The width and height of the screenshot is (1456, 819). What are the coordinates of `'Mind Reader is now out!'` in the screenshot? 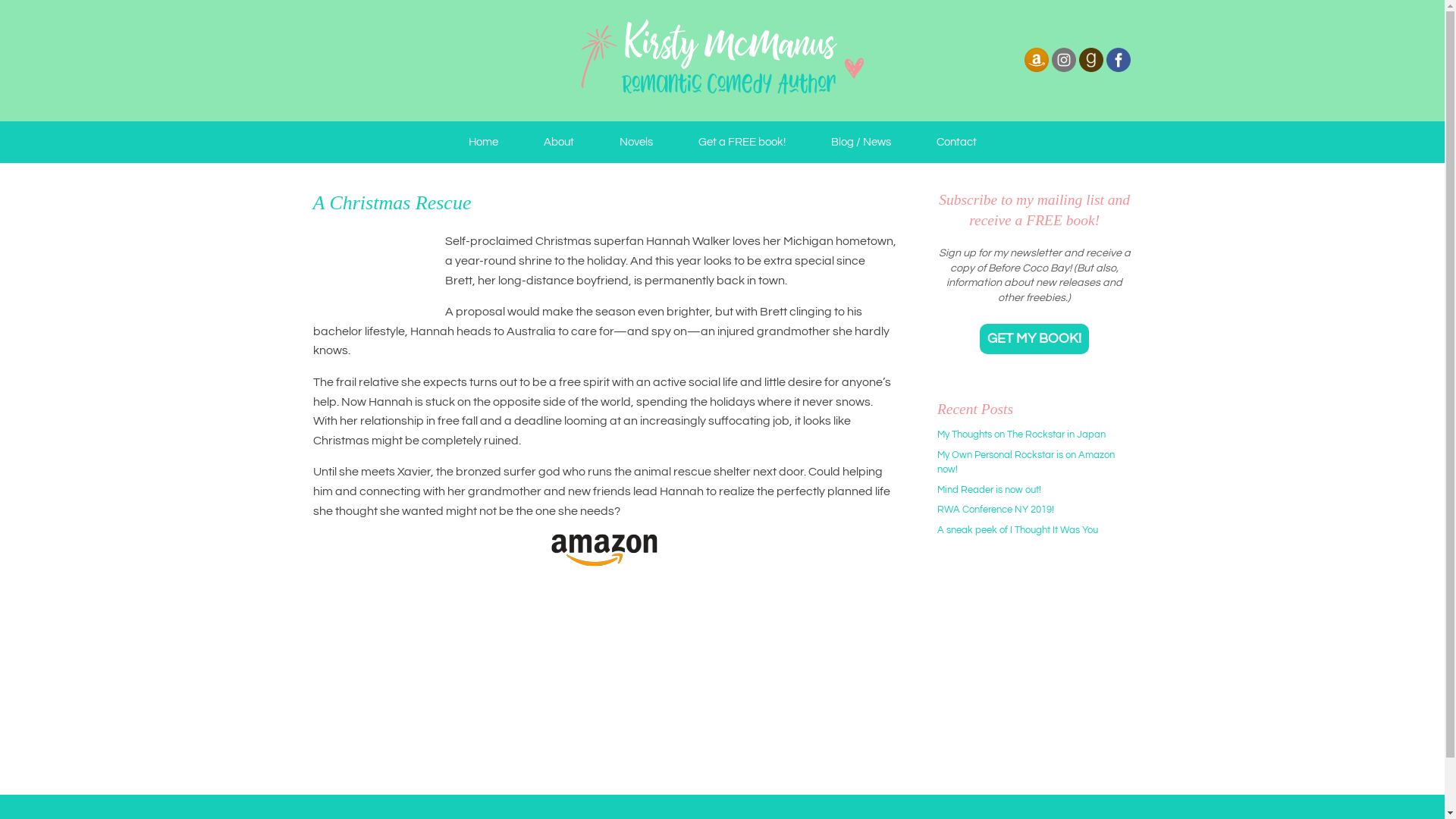 It's located at (989, 489).